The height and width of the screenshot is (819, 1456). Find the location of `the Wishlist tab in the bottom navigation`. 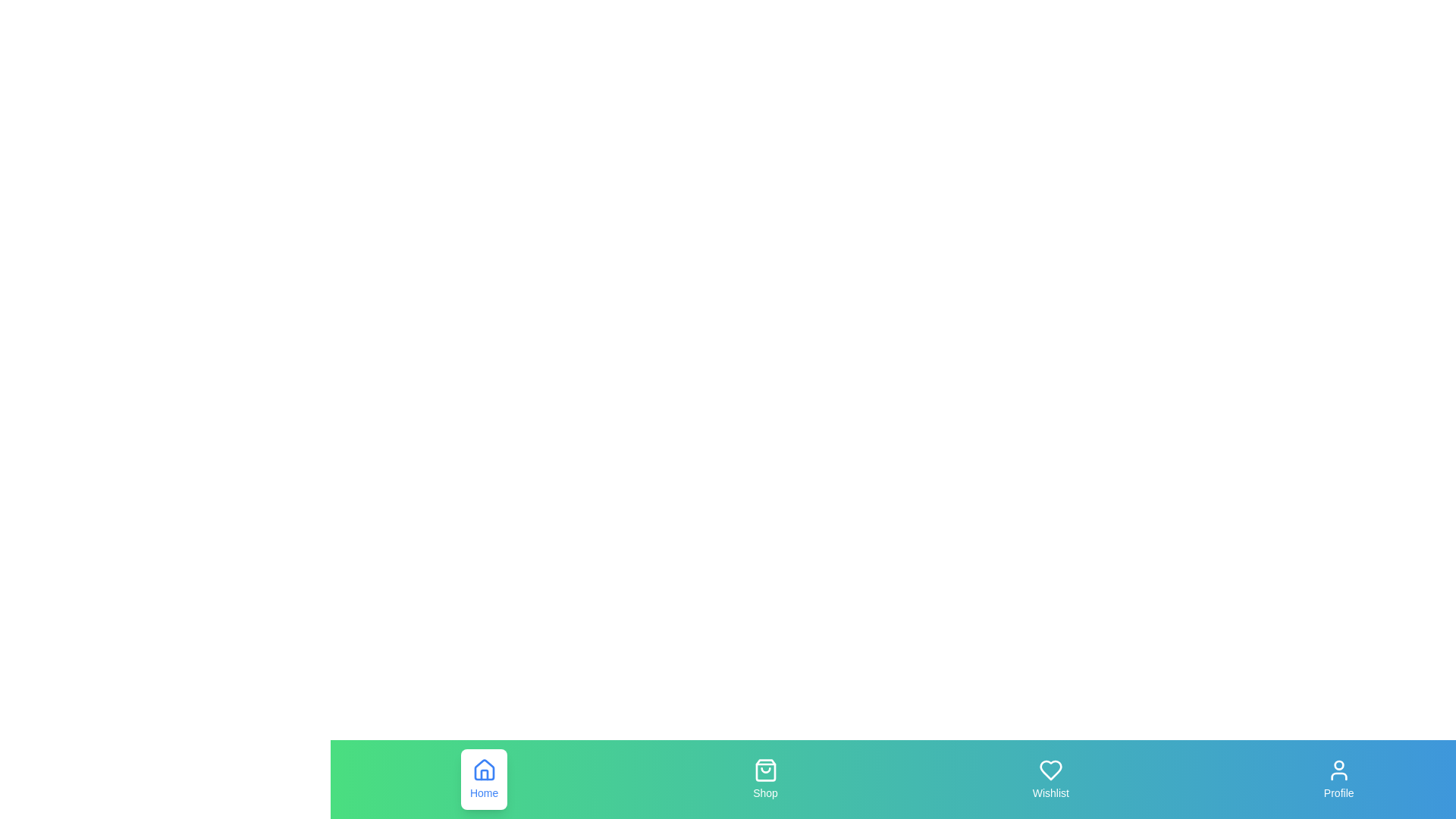

the Wishlist tab in the bottom navigation is located at coordinates (1050, 780).